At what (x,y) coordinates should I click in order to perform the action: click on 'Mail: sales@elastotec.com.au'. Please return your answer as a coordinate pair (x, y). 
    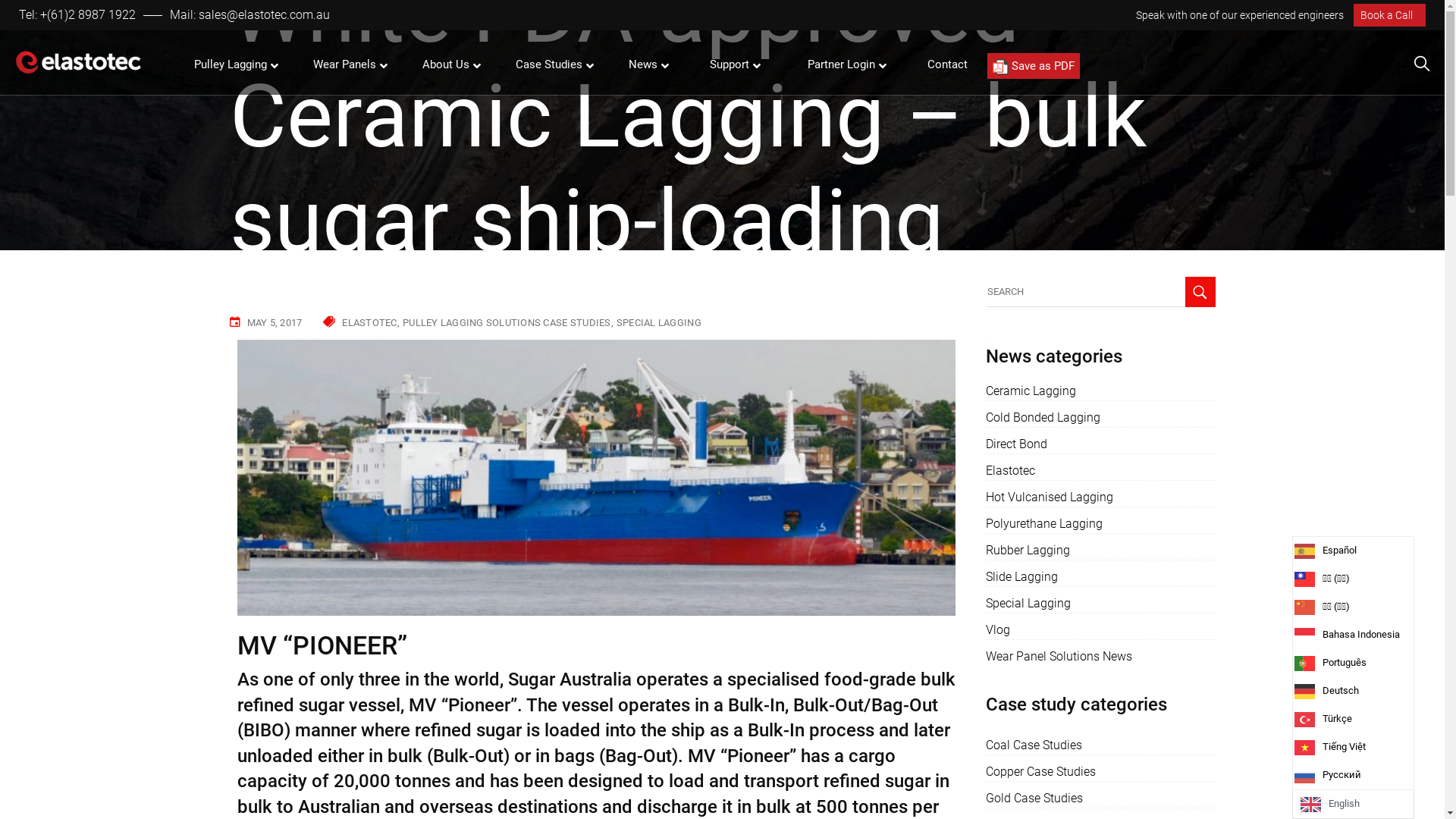
    Looking at the image, I should click on (249, 14).